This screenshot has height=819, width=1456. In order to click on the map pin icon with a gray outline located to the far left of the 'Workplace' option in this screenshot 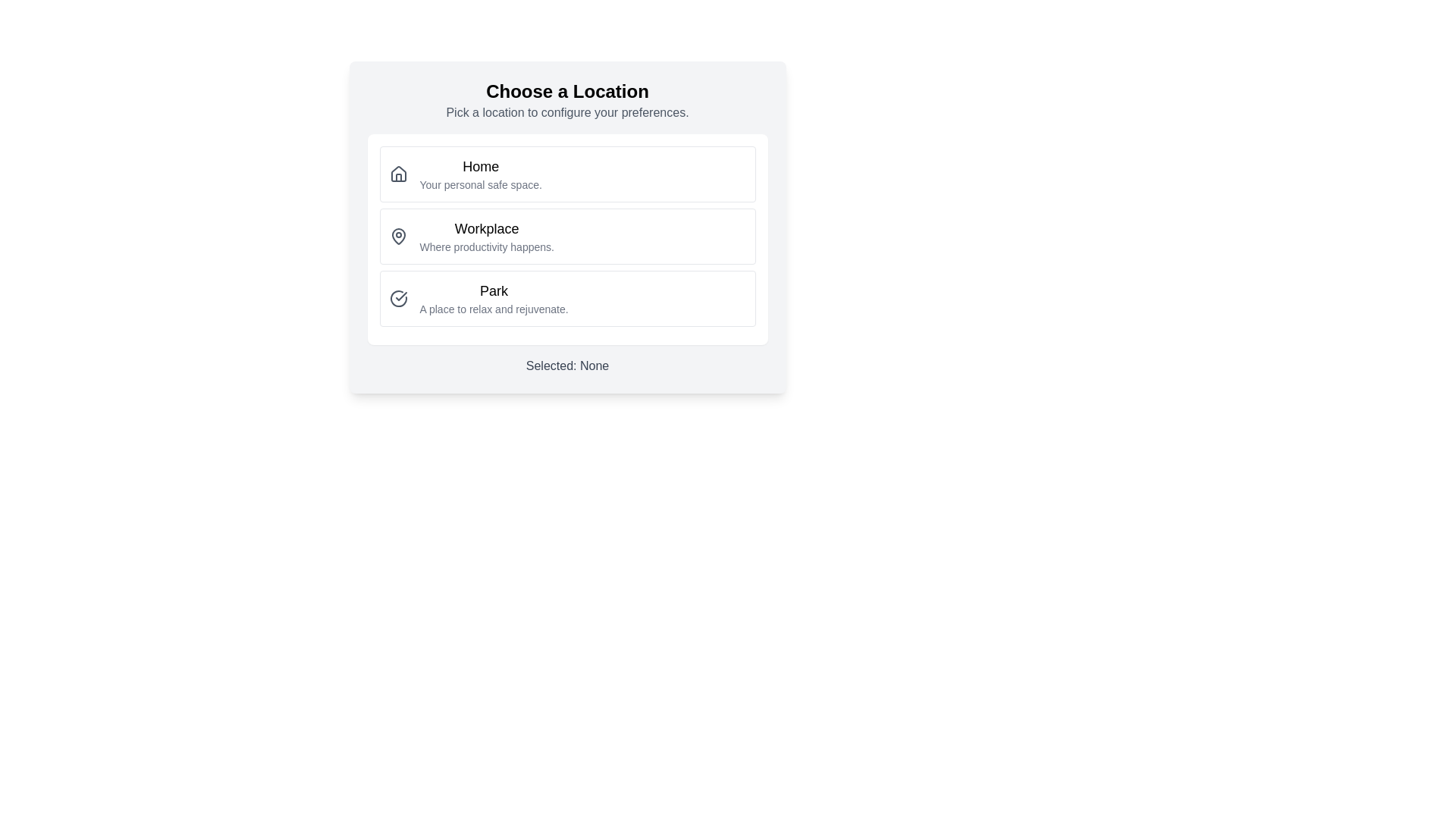, I will do `click(398, 237)`.